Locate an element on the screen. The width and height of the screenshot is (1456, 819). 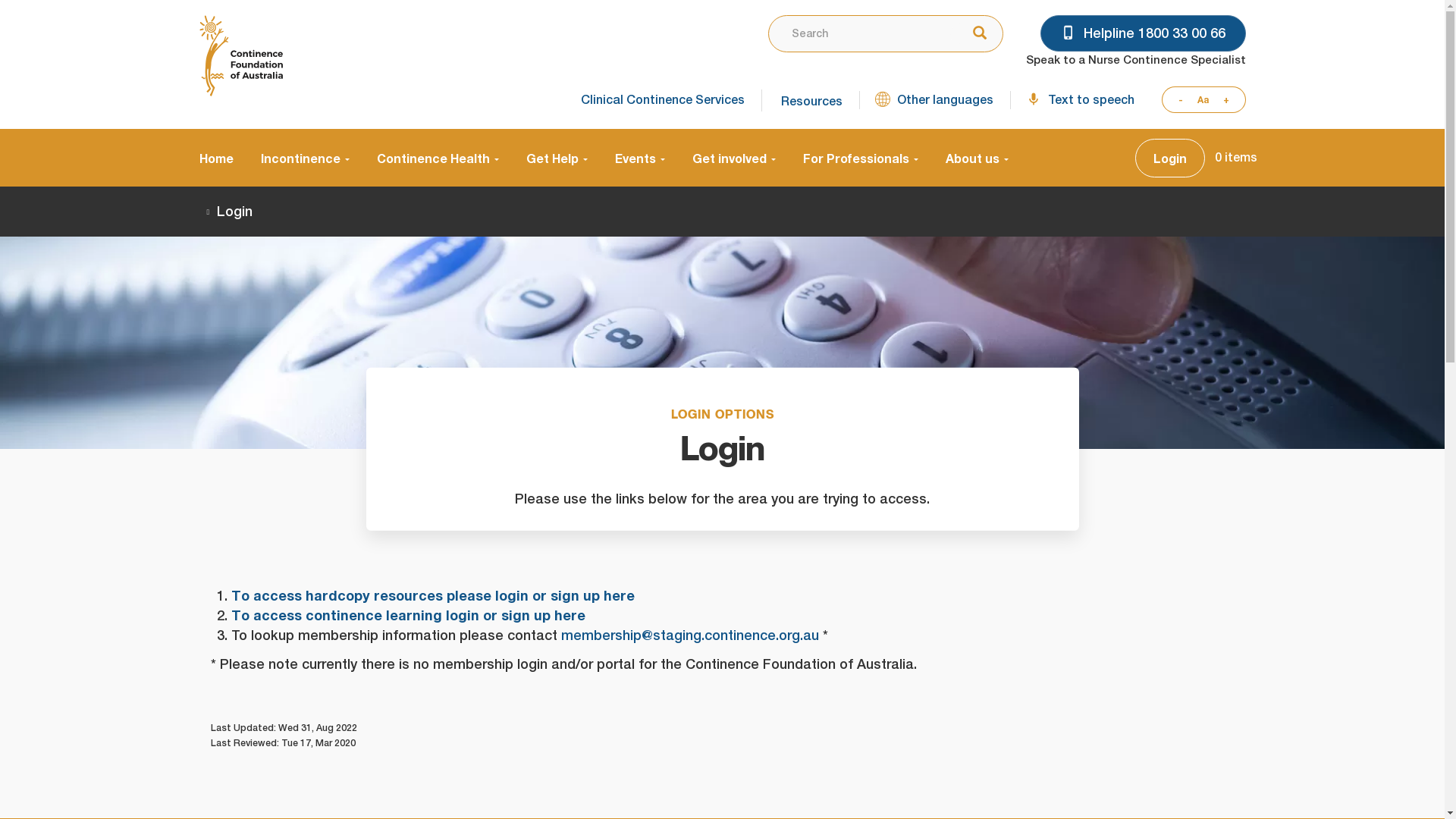
'To access hardcopy resources please login or sign up here' is located at coordinates (431, 595).